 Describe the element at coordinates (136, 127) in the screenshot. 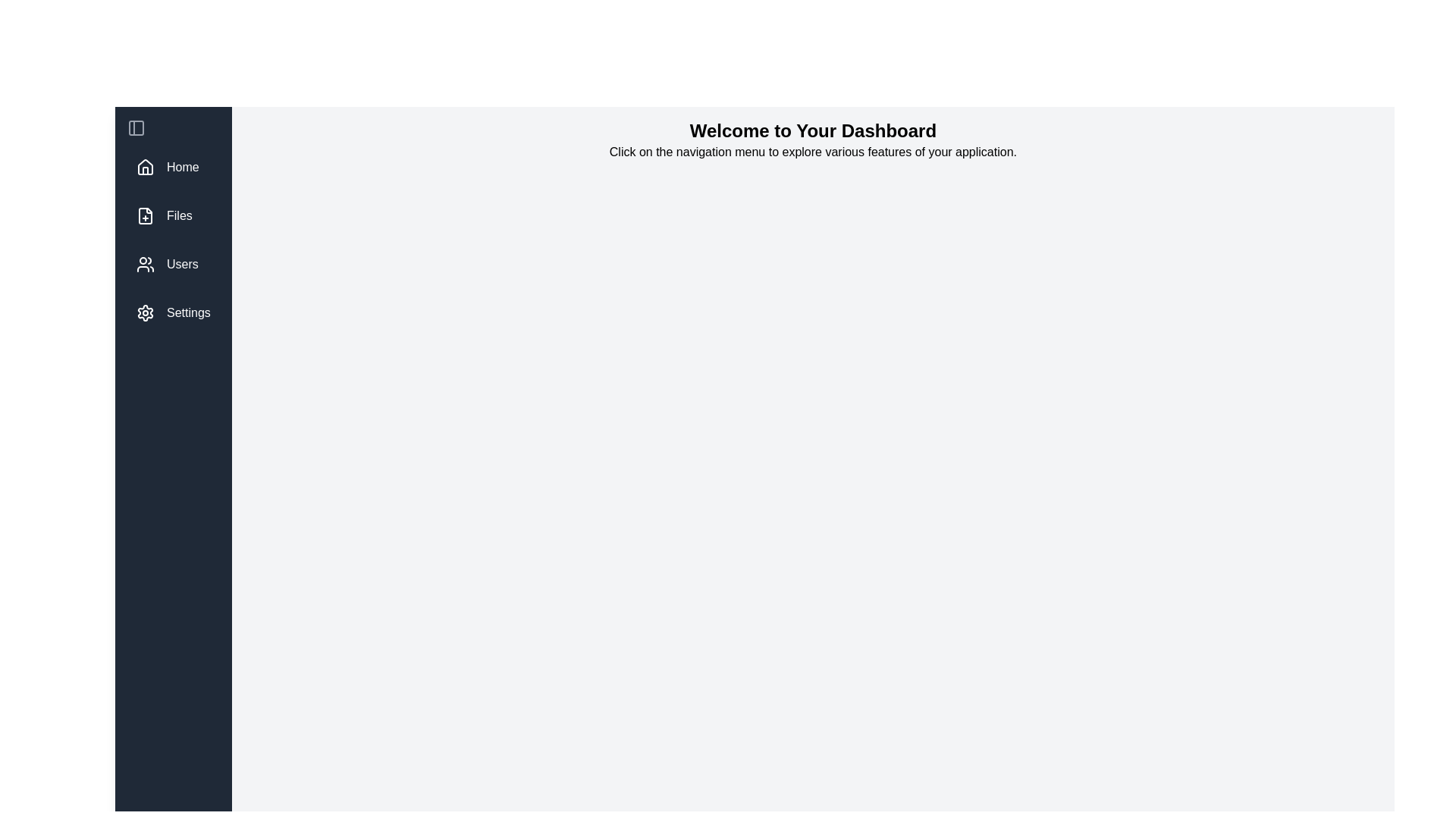

I see `the decorative rounded rectangle element in the top-left corner of the vertical navigation bar` at that location.